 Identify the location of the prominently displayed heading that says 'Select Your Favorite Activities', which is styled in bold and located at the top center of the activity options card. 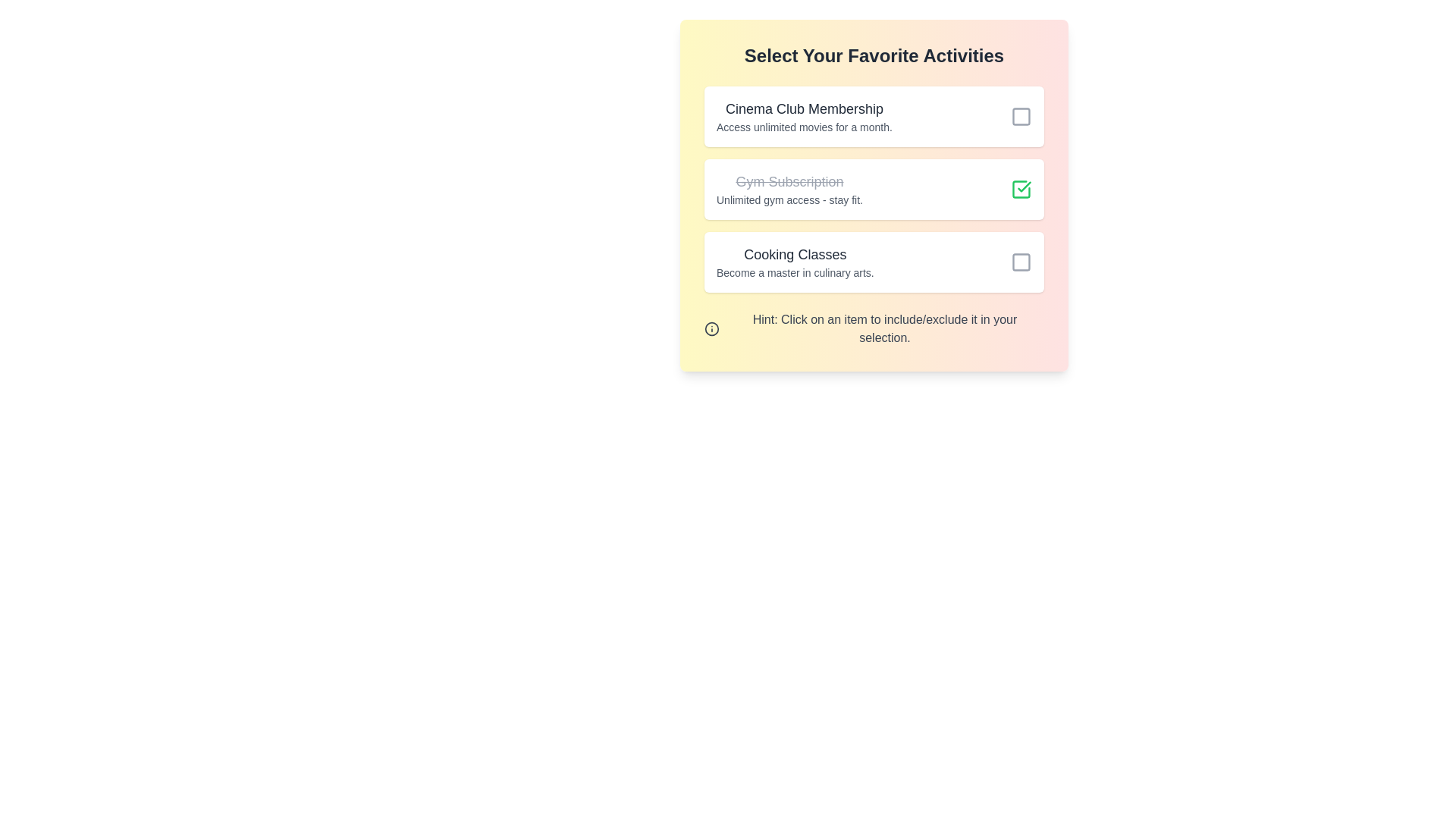
(874, 55).